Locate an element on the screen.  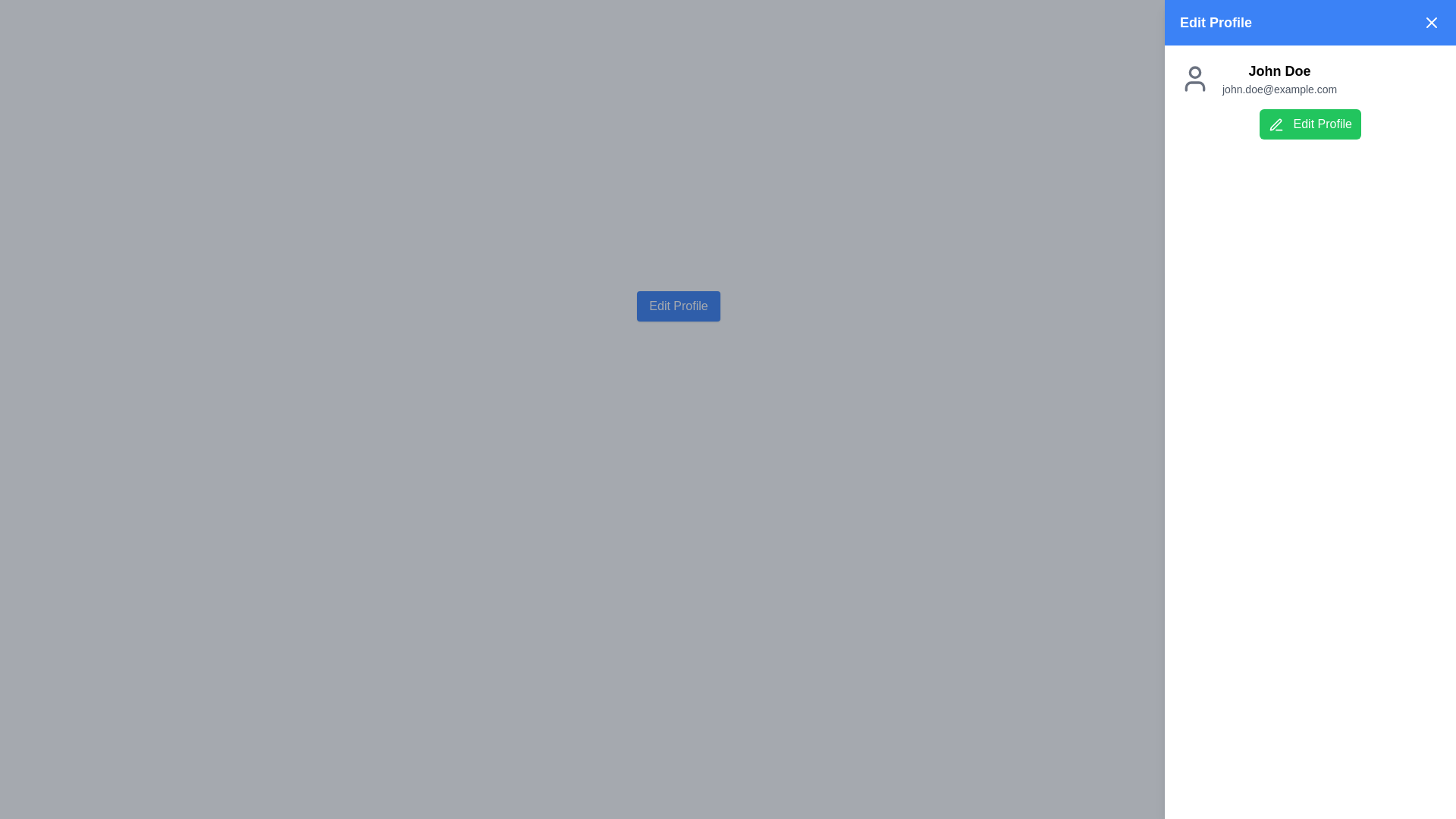
the profile editing button located on the right side of the interface, below the user's name 'John Doe' and email 'john.doe@example.com' is located at coordinates (1310, 124).